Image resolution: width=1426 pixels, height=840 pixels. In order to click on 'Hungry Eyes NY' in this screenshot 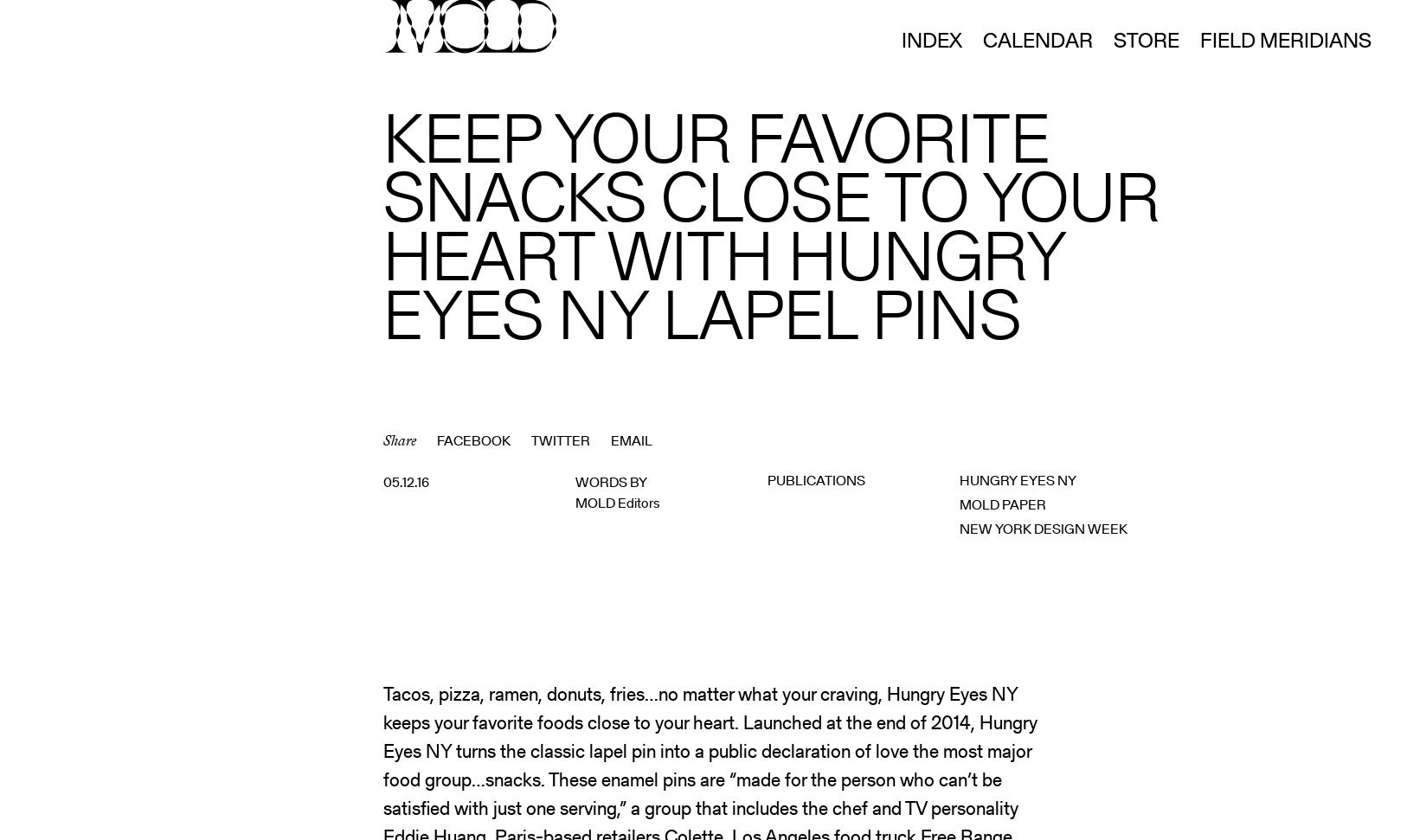, I will do `click(1017, 480)`.